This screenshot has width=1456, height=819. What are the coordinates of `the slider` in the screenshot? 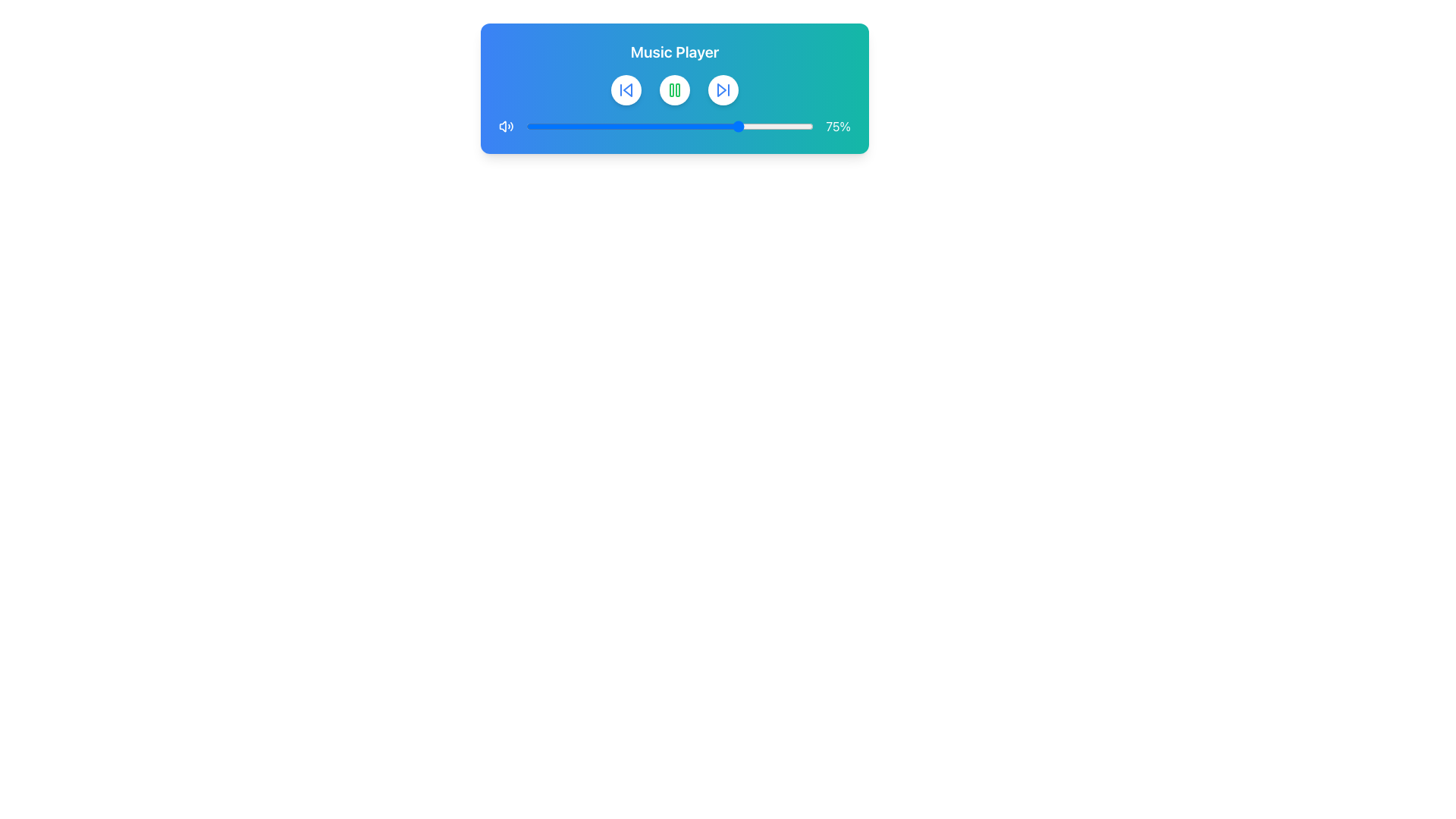 It's located at (733, 125).